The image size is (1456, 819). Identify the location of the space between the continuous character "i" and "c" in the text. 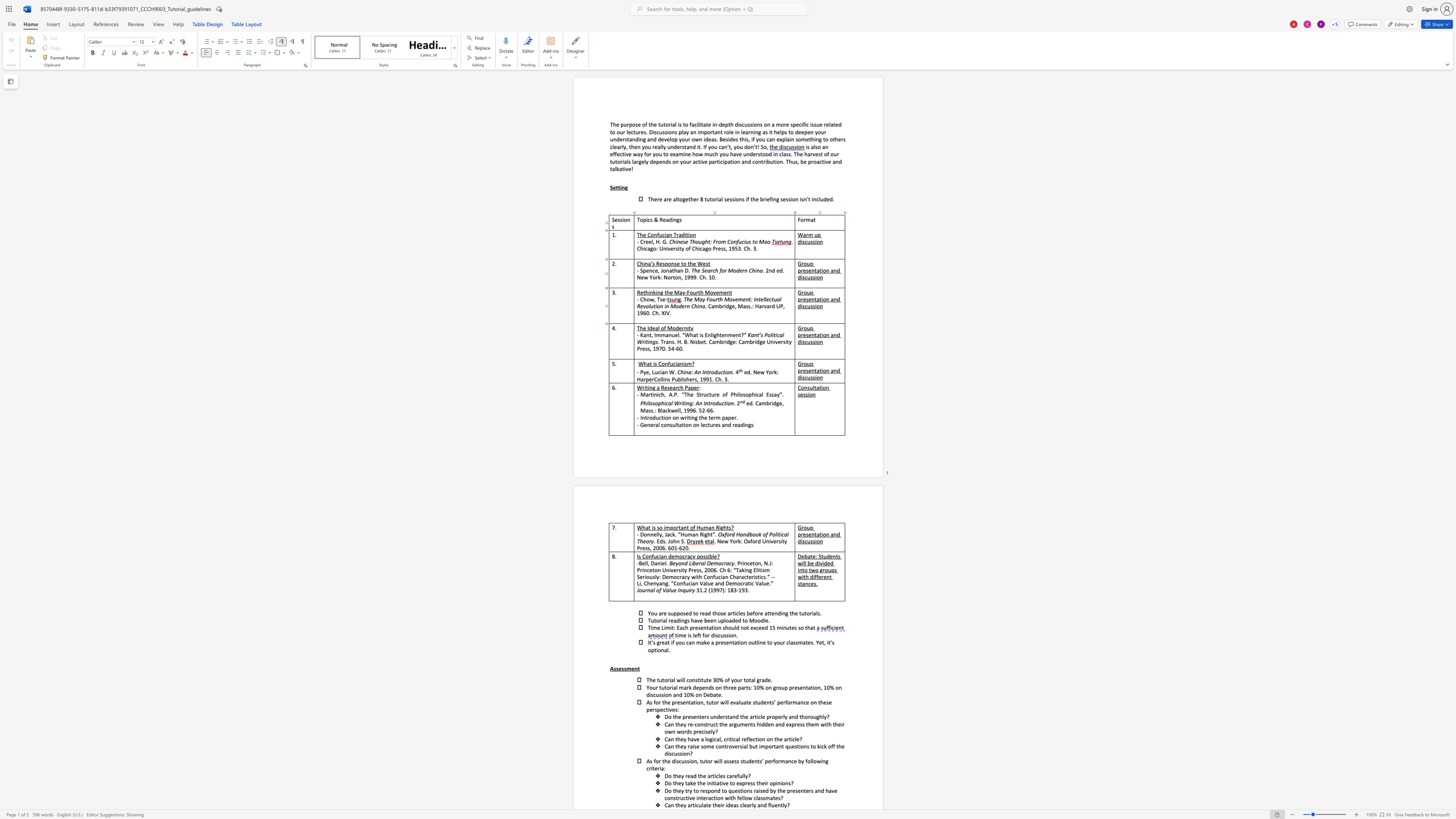
(776, 334).